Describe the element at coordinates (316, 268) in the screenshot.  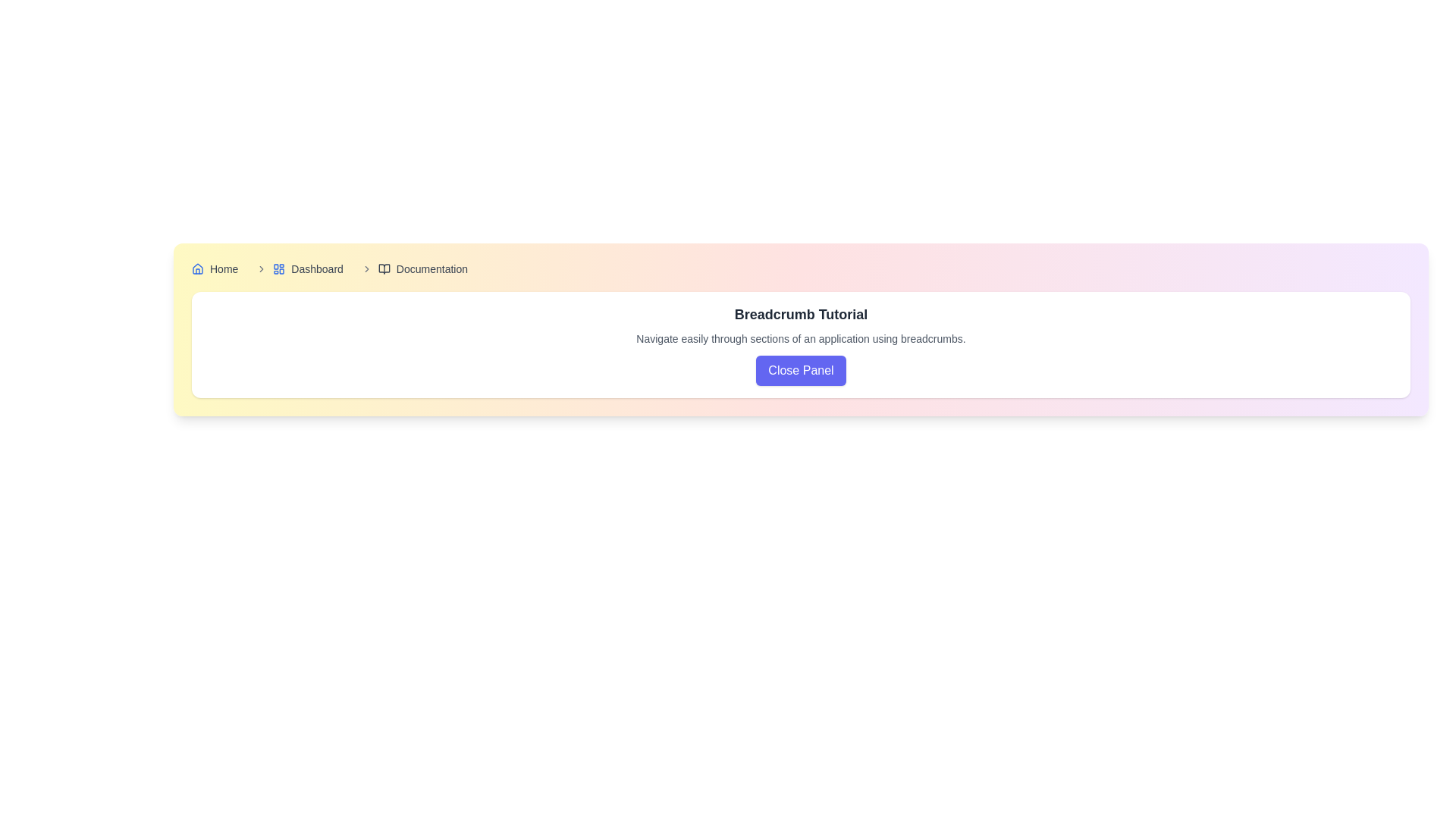
I see `the static text label within the breadcrumb navigation, which helps users understand their current location in the application` at that location.